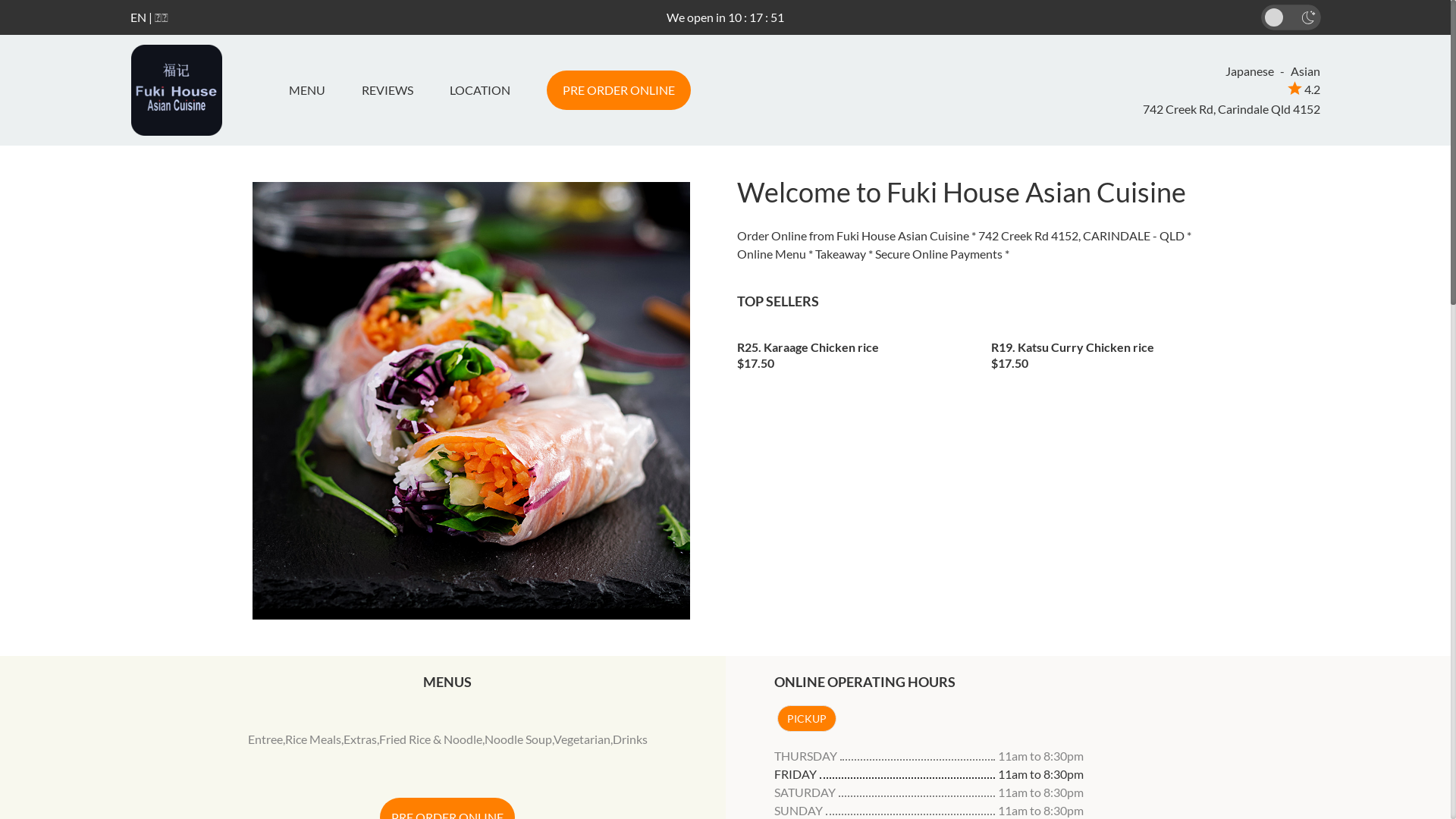  I want to click on 'Vegetarian', so click(581, 738).